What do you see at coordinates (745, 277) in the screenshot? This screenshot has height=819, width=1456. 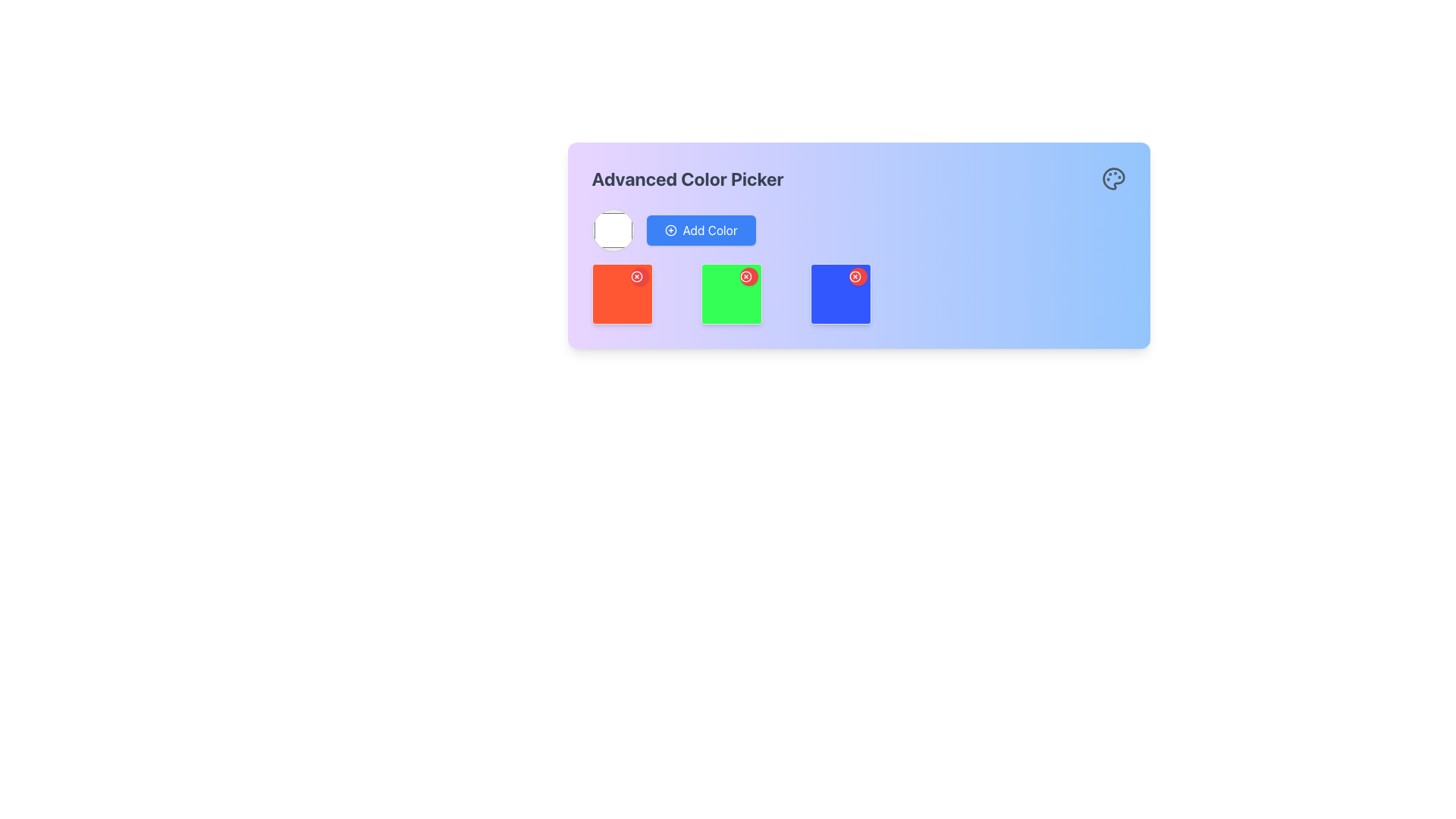 I see `the delete button located at the top-right corner of the green color square` at bounding box center [745, 277].